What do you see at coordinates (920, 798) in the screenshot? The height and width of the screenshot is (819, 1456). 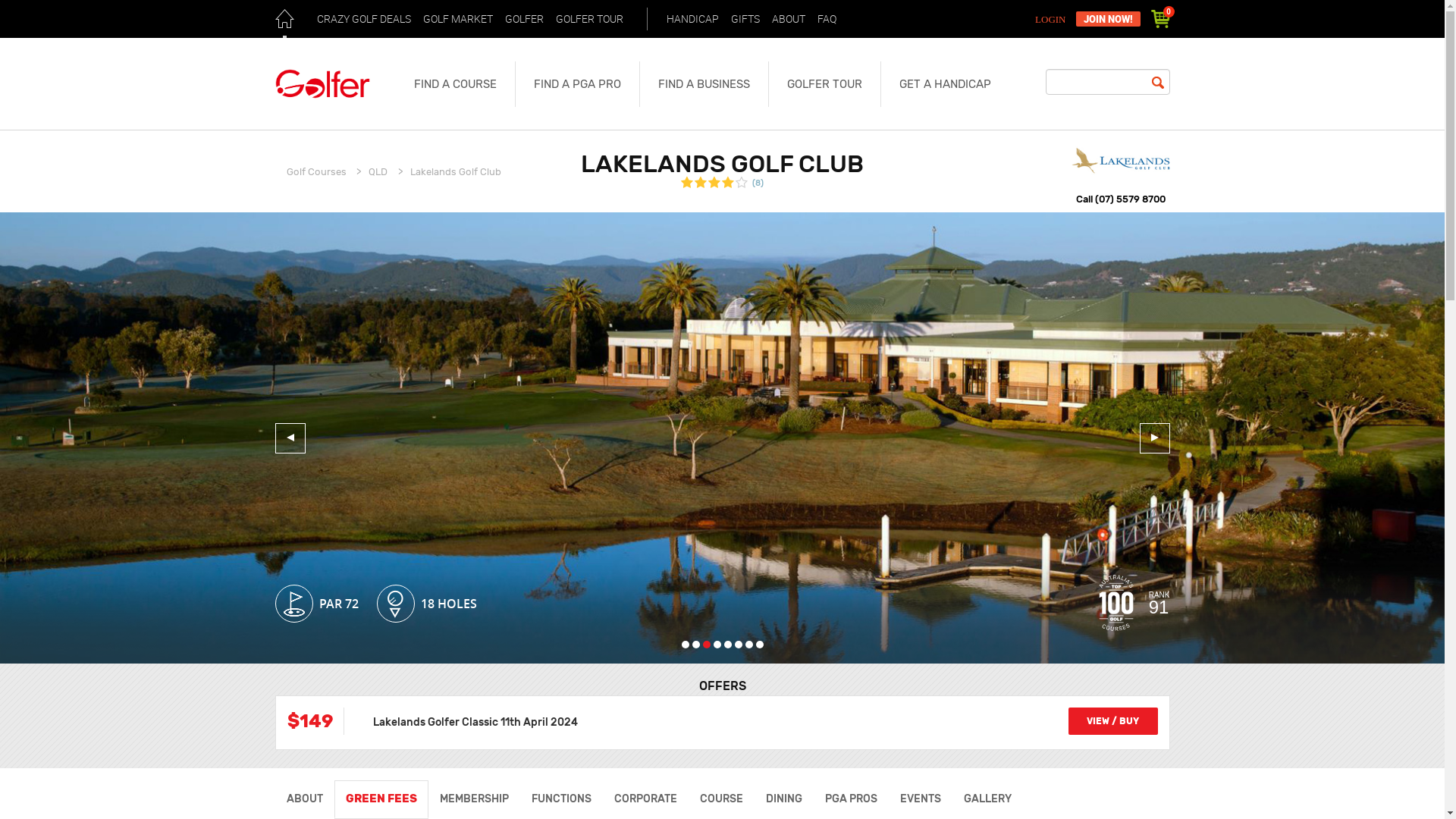 I see `'EVENTS'` at bounding box center [920, 798].